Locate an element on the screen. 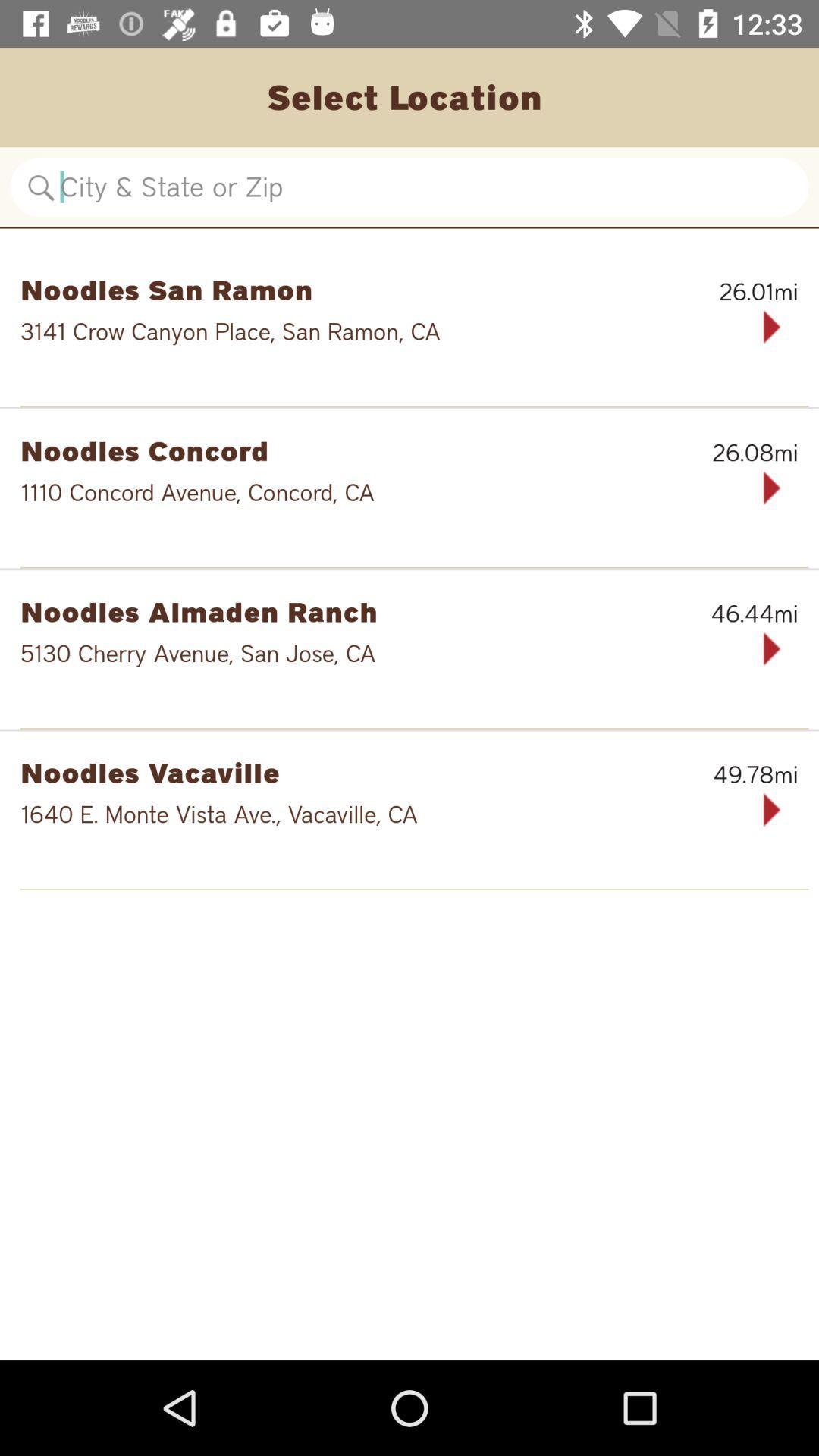 The height and width of the screenshot is (1456, 819). noodles vacaville  icon is located at coordinates (331, 772).